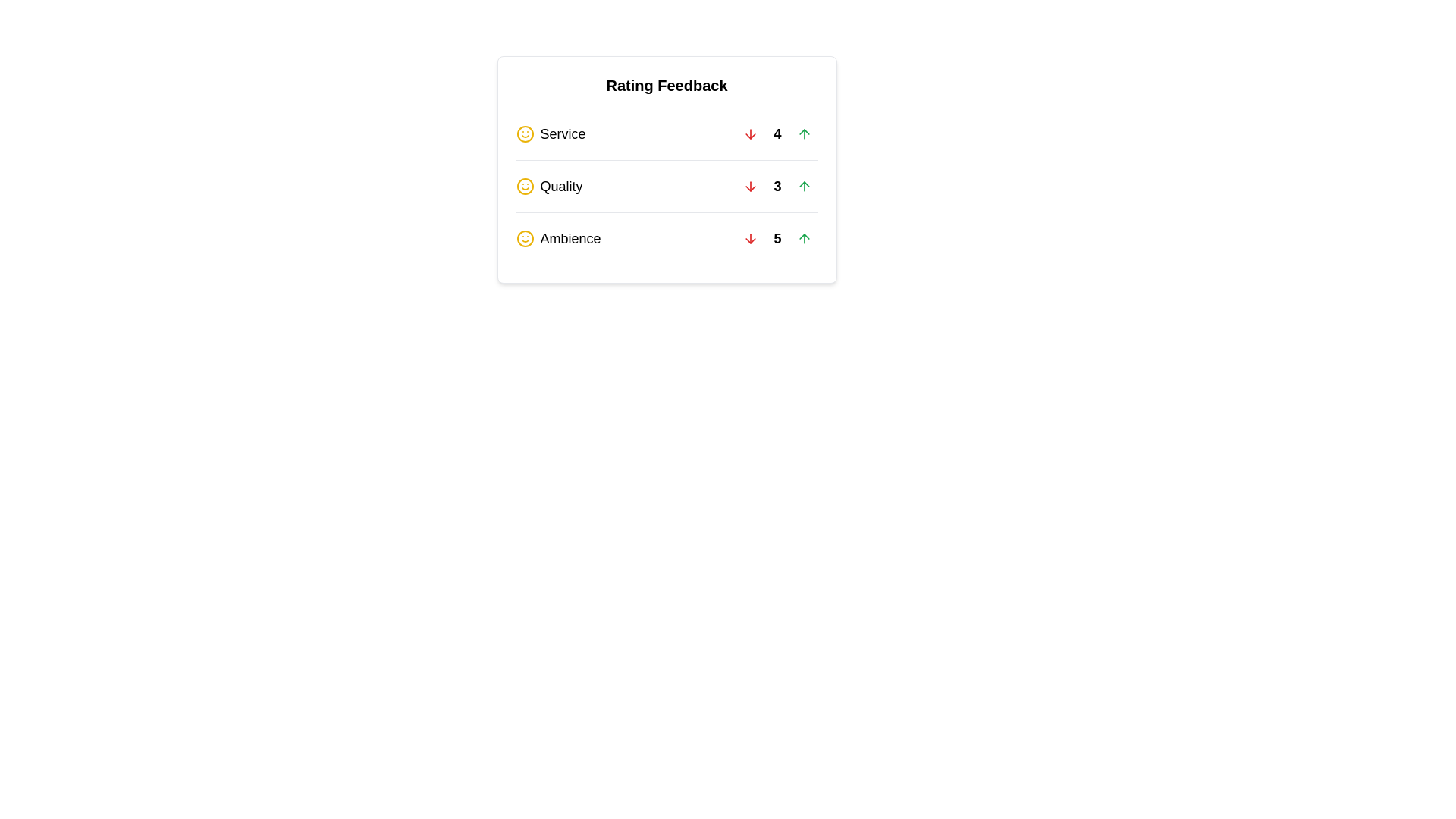  What do you see at coordinates (803, 133) in the screenshot?
I see `the upward green arrow icon located to the far right of the 'Service' row in the 'Rating Feedback' section` at bounding box center [803, 133].